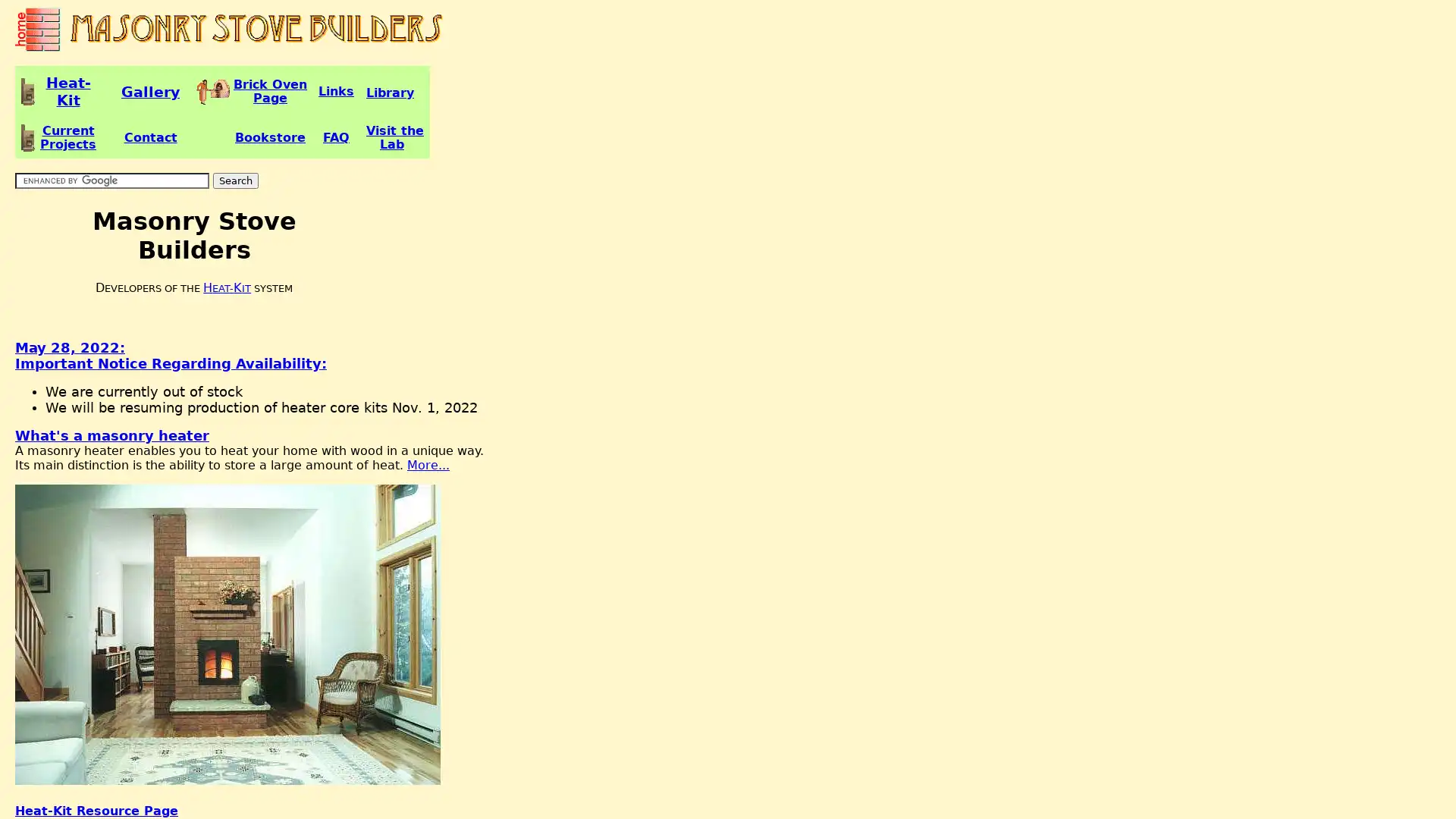 This screenshot has height=819, width=1456. I want to click on Search, so click(235, 180).